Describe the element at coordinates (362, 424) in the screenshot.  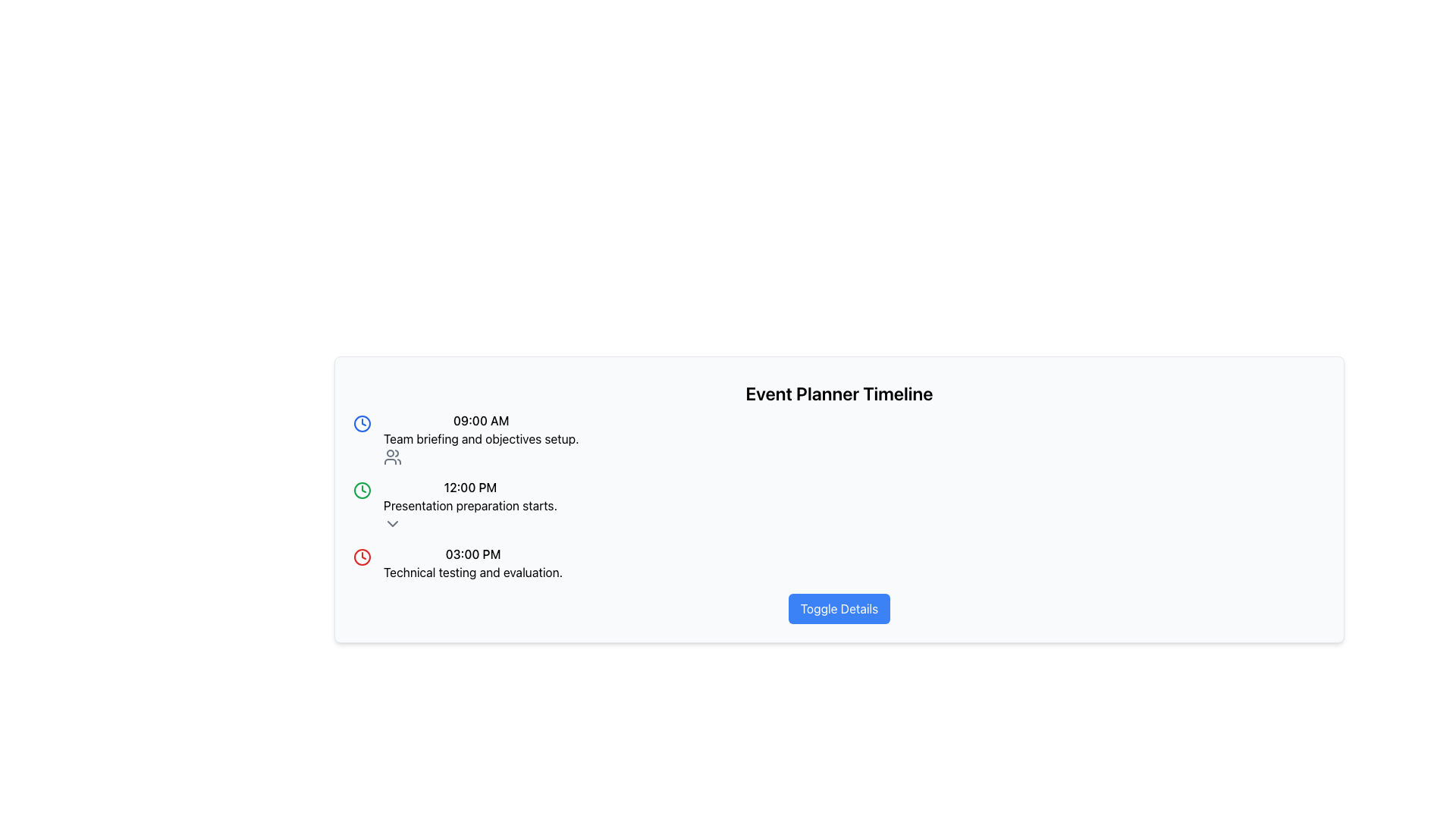
I see `the clock icon located at the top-left corner of the '09:00 AM Team briefing and objectives setup.' event description` at that location.